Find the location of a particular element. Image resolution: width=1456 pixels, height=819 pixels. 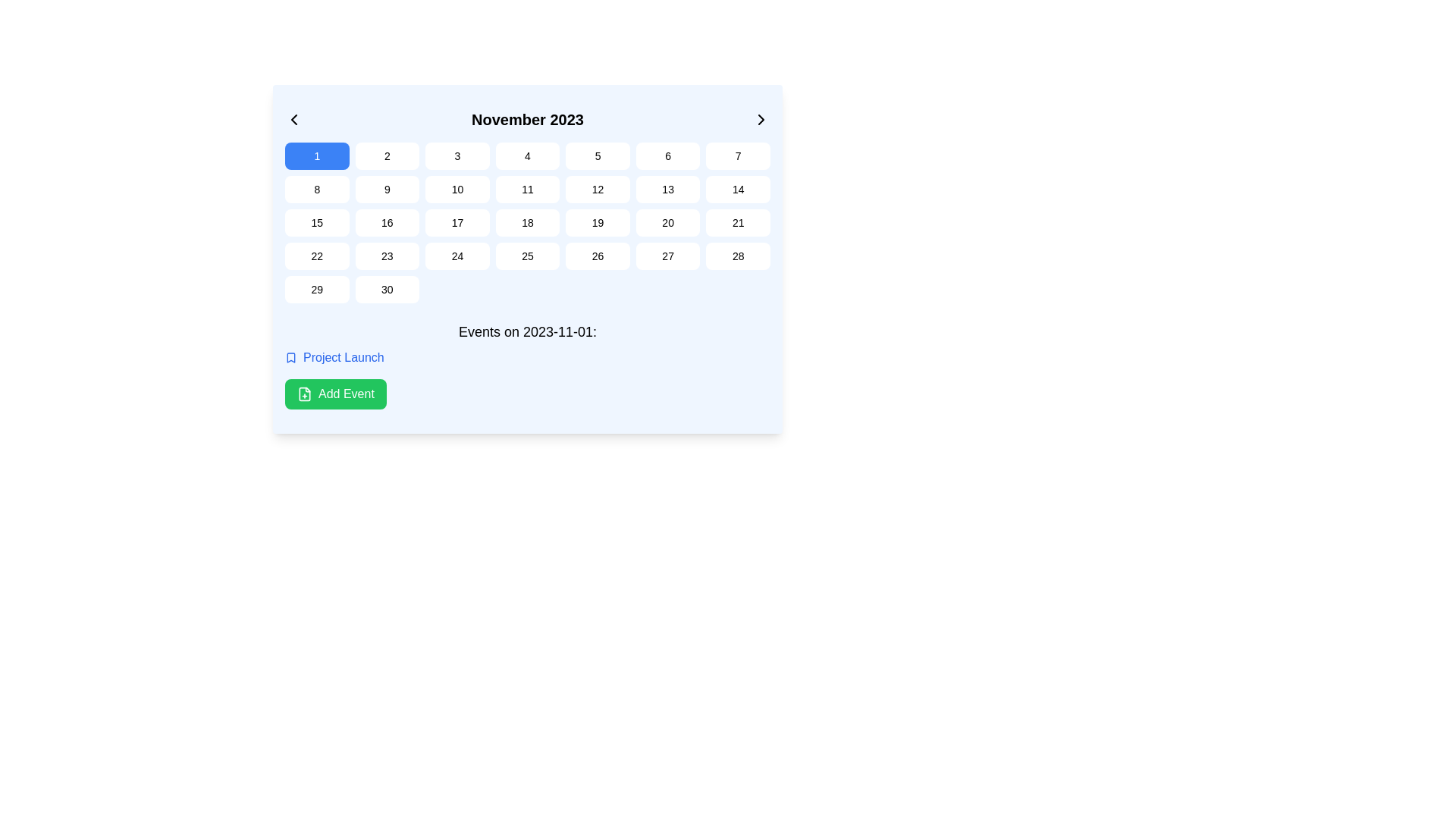

the button labeled '9' which is styled as a rounded rectangle with a white background, positioned in the second row and fifth column of the numeric button grid under 'November 2023' is located at coordinates (387, 189).